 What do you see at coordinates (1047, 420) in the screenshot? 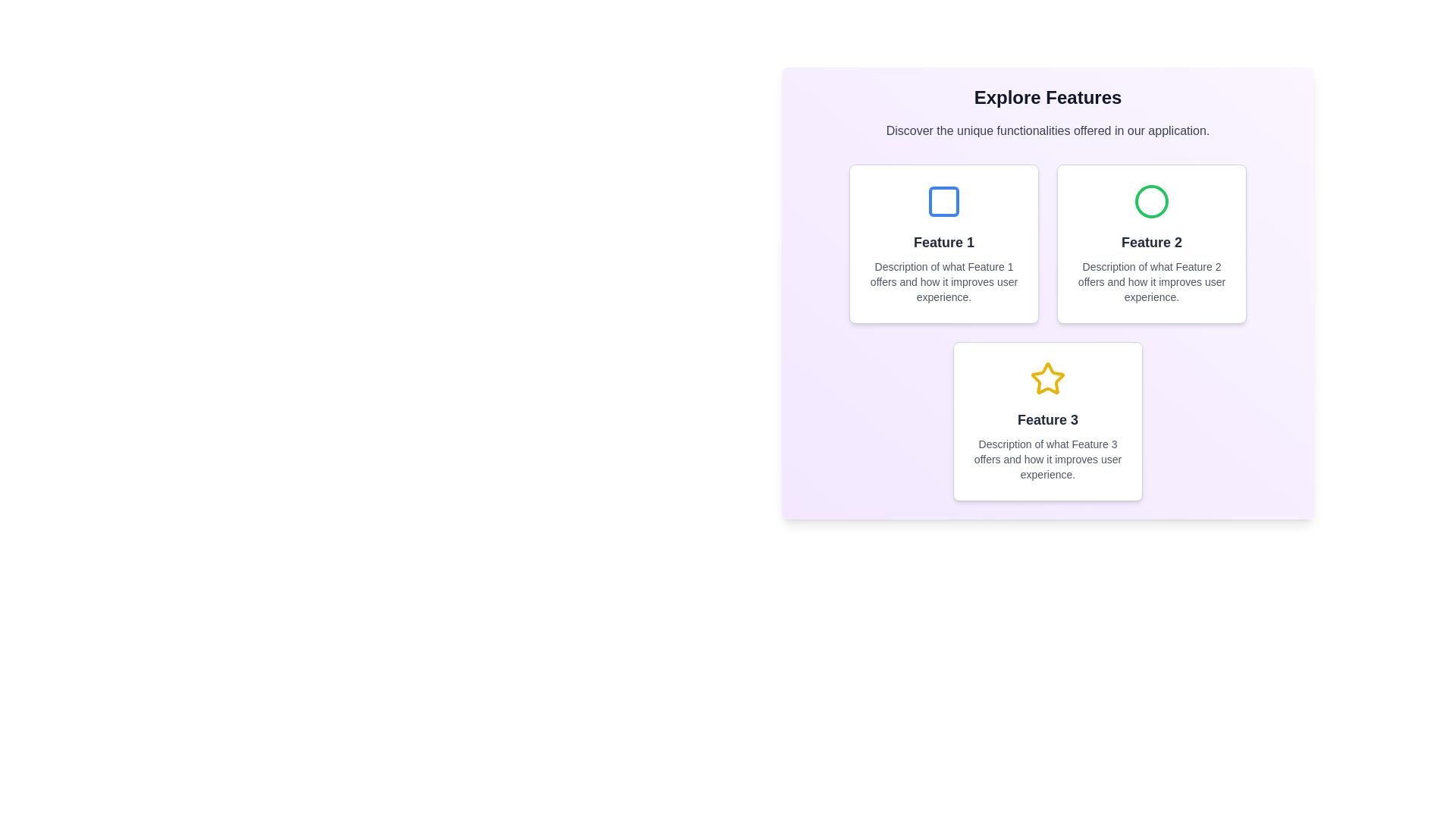
I see `the text label titled 'Feature 3' located in the center of the bottom card among three horizontal cards, positioned beneath a yellow star icon and above a descriptive paragraph for accessibility purposes` at bounding box center [1047, 420].